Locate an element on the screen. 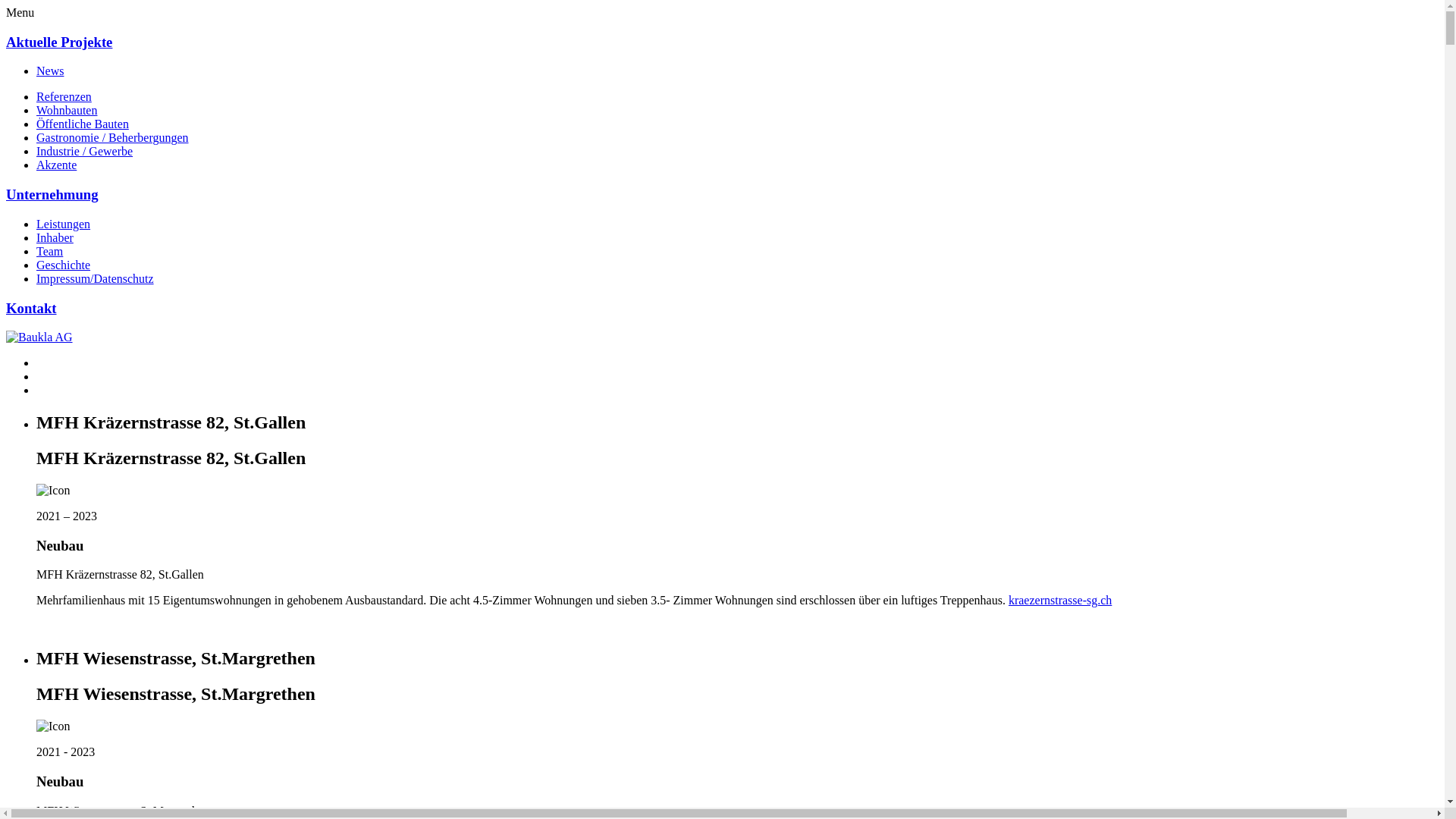 This screenshot has width=1456, height=819. 'Team' is located at coordinates (49, 250).